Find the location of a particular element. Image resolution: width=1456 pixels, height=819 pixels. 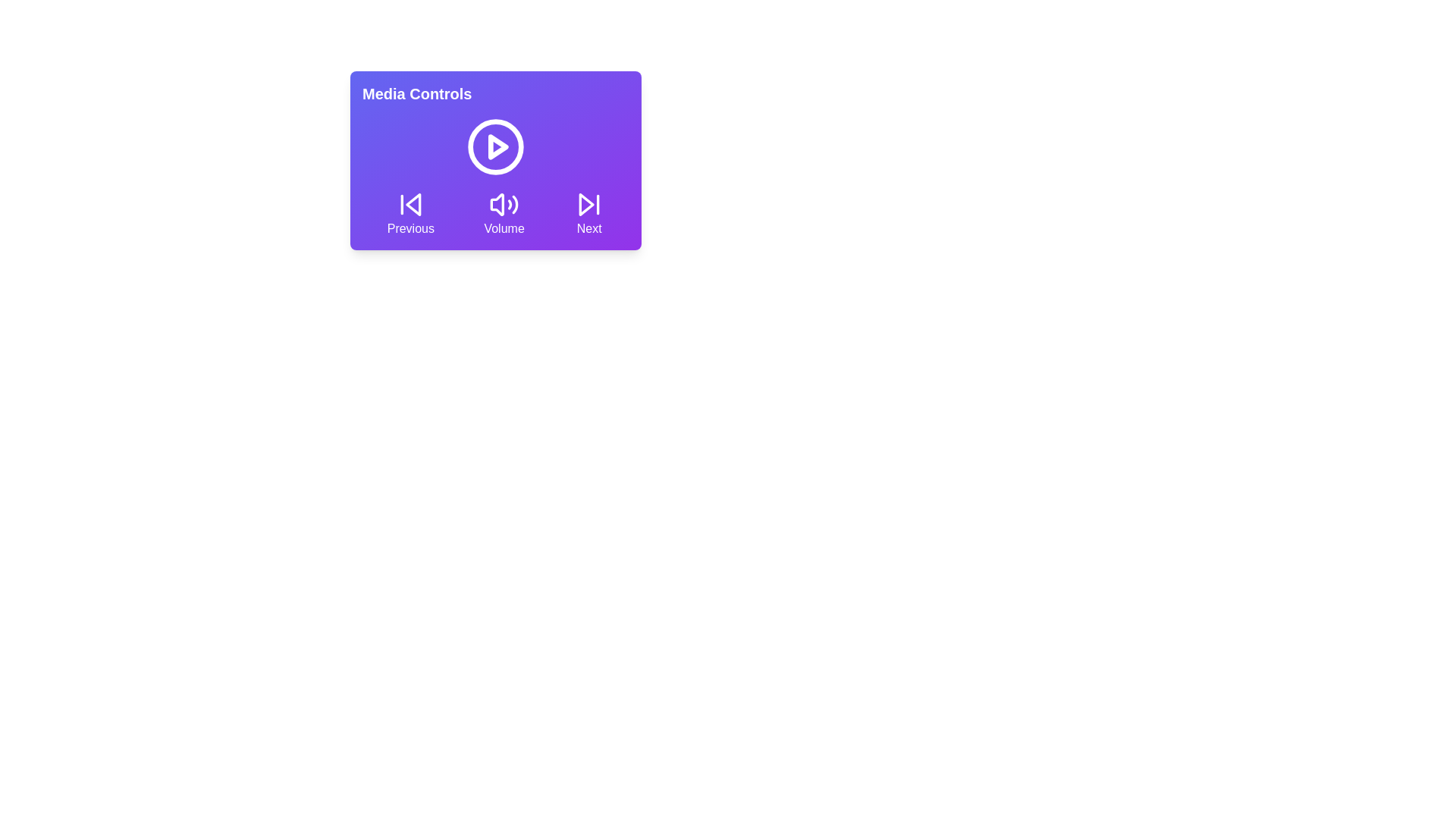

the Volume button to view its hover effect is located at coordinates (504, 213).